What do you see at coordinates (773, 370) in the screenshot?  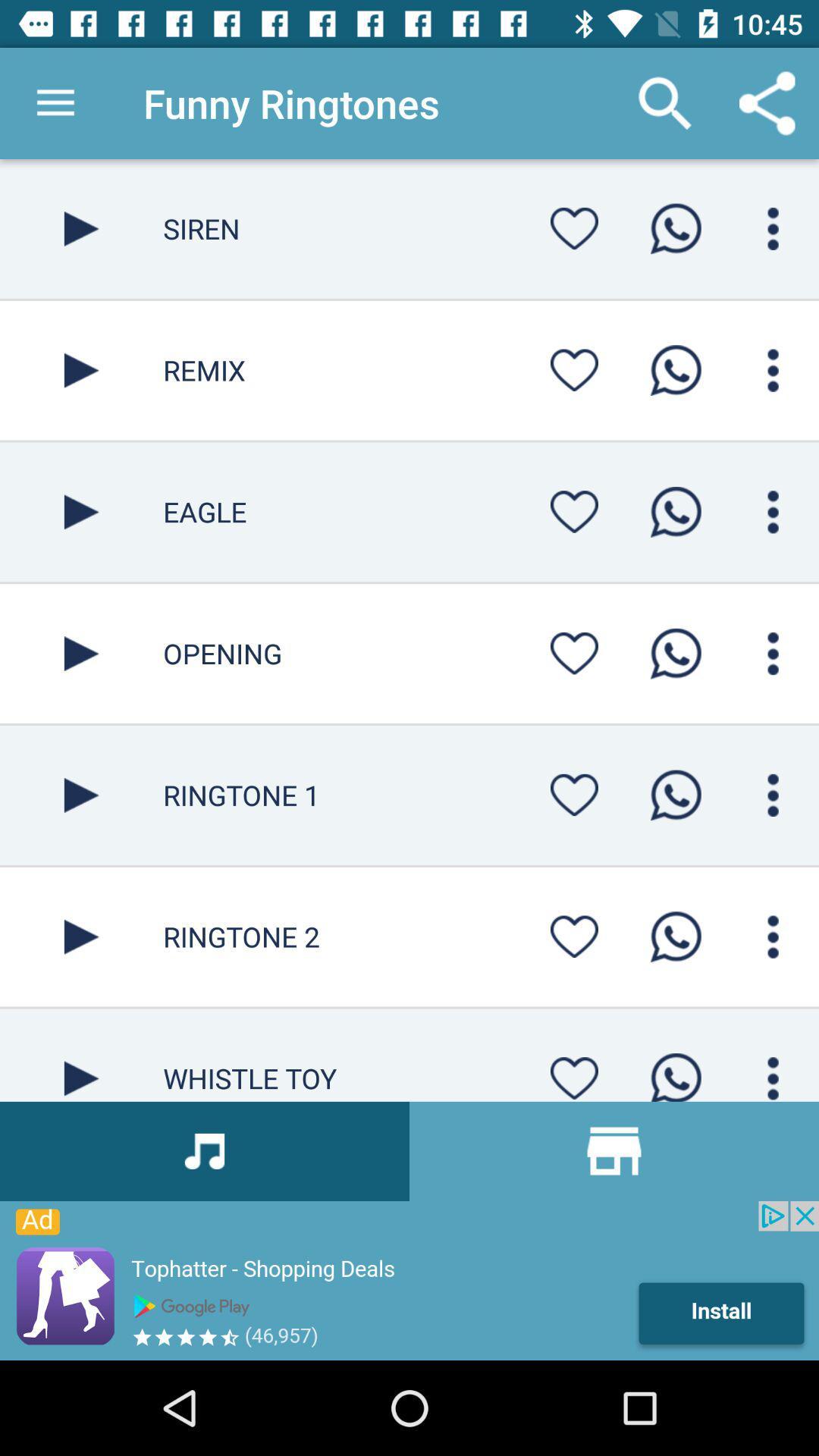 I see `choose more option` at bounding box center [773, 370].